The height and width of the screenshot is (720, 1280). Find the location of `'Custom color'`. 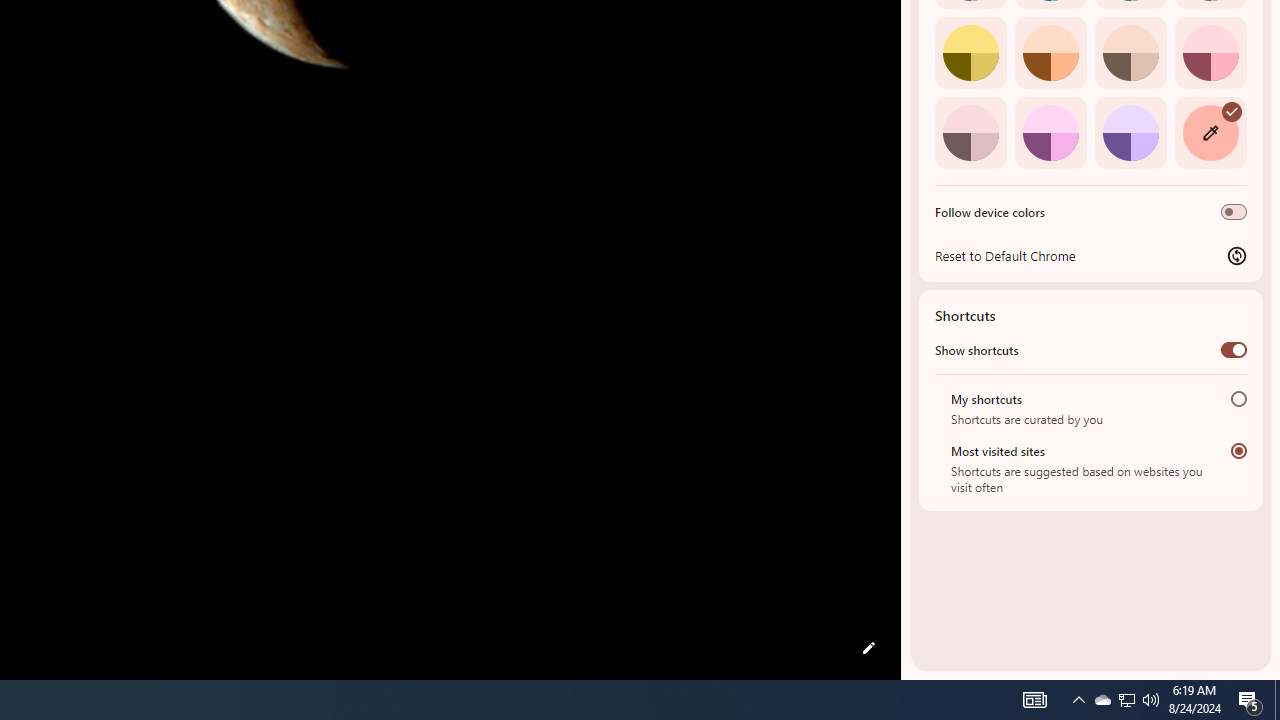

'Custom color' is located at coordinates (1209, 132).